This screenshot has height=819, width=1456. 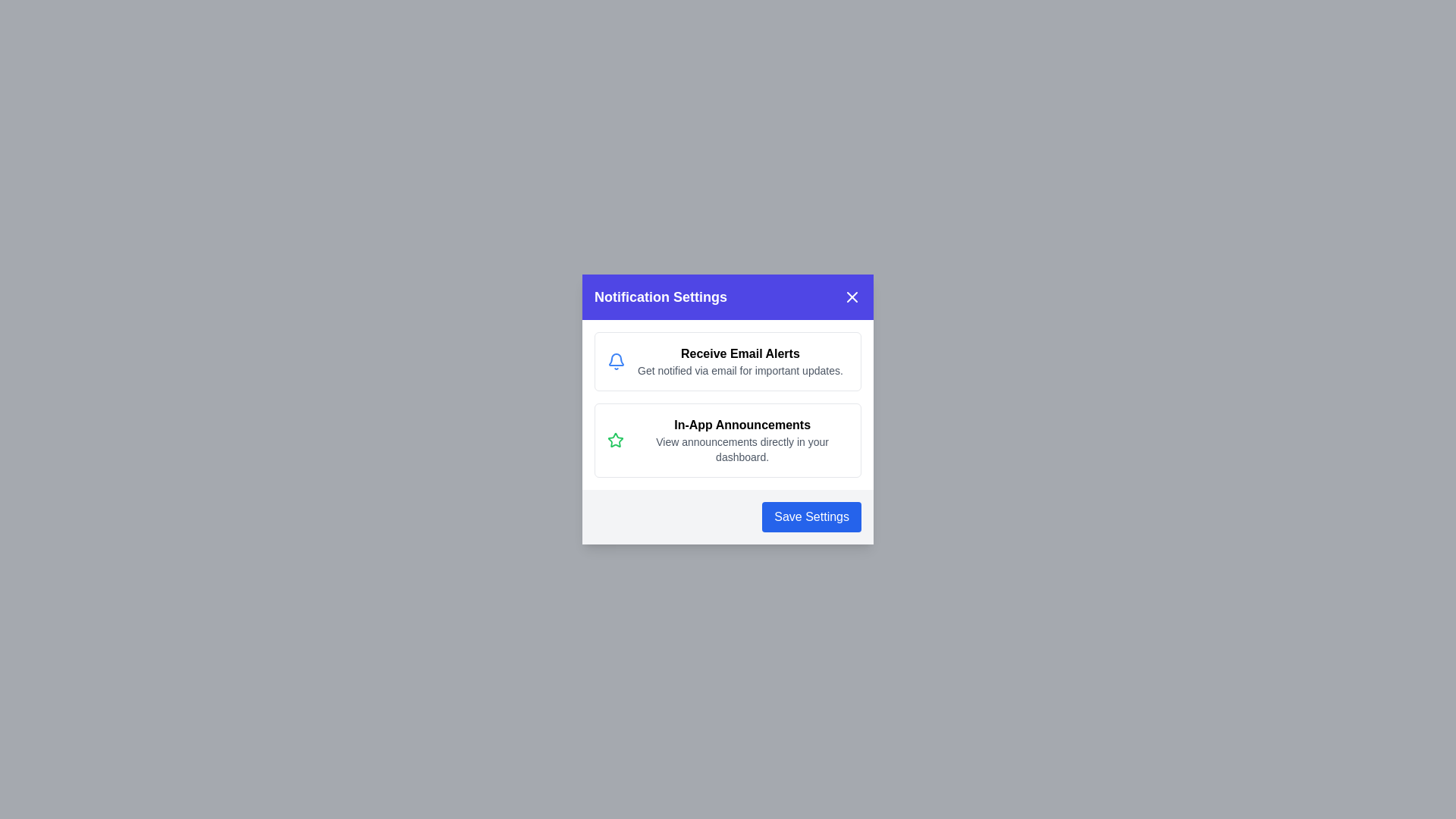 I want to click on the text element Get notified via email for important updates. to enable selection or copying, so click(x=740, y=371).